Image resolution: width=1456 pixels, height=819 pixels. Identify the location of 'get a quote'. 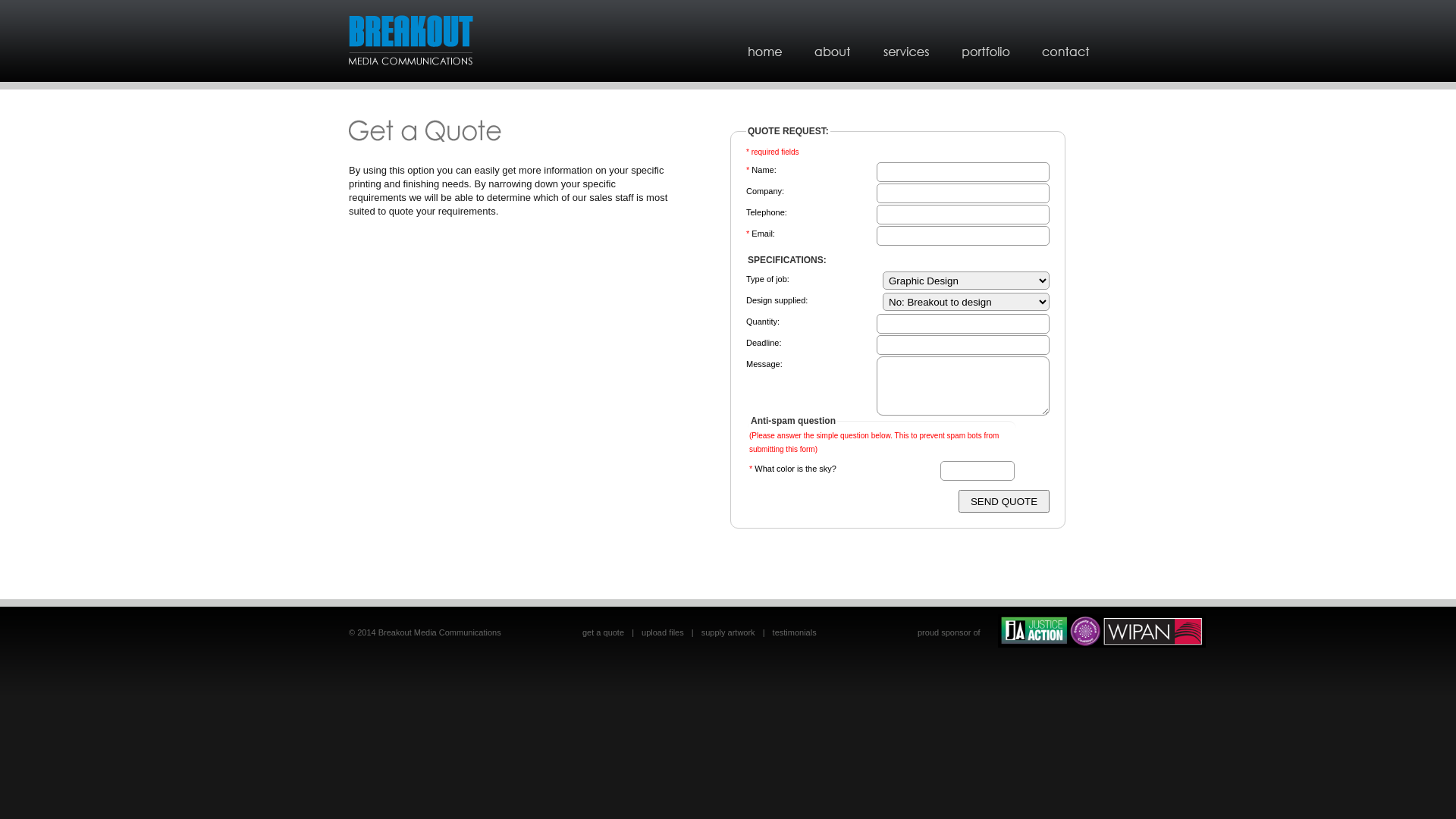
(602, 632).